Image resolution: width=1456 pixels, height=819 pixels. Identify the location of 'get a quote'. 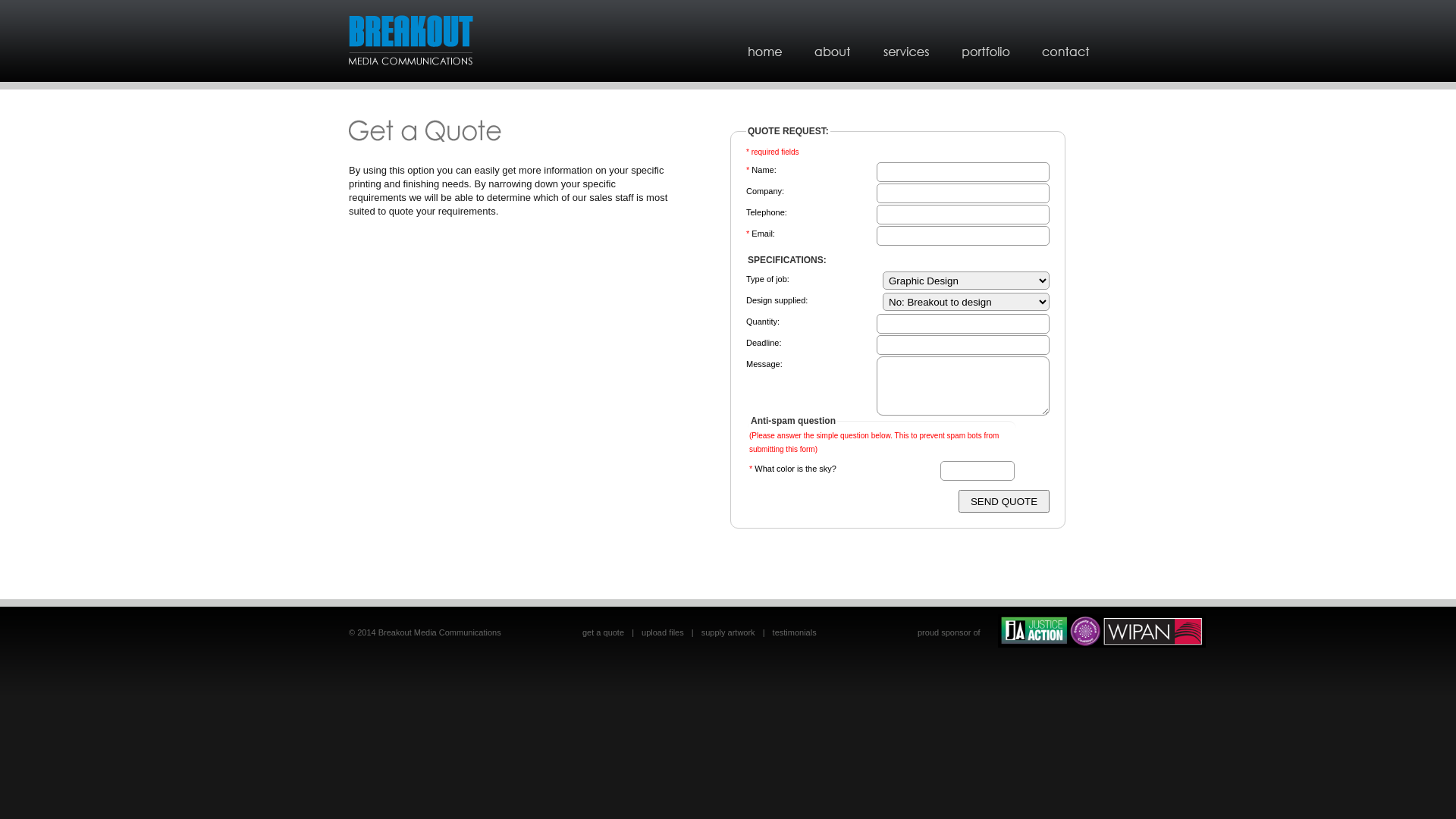
(602, 632).